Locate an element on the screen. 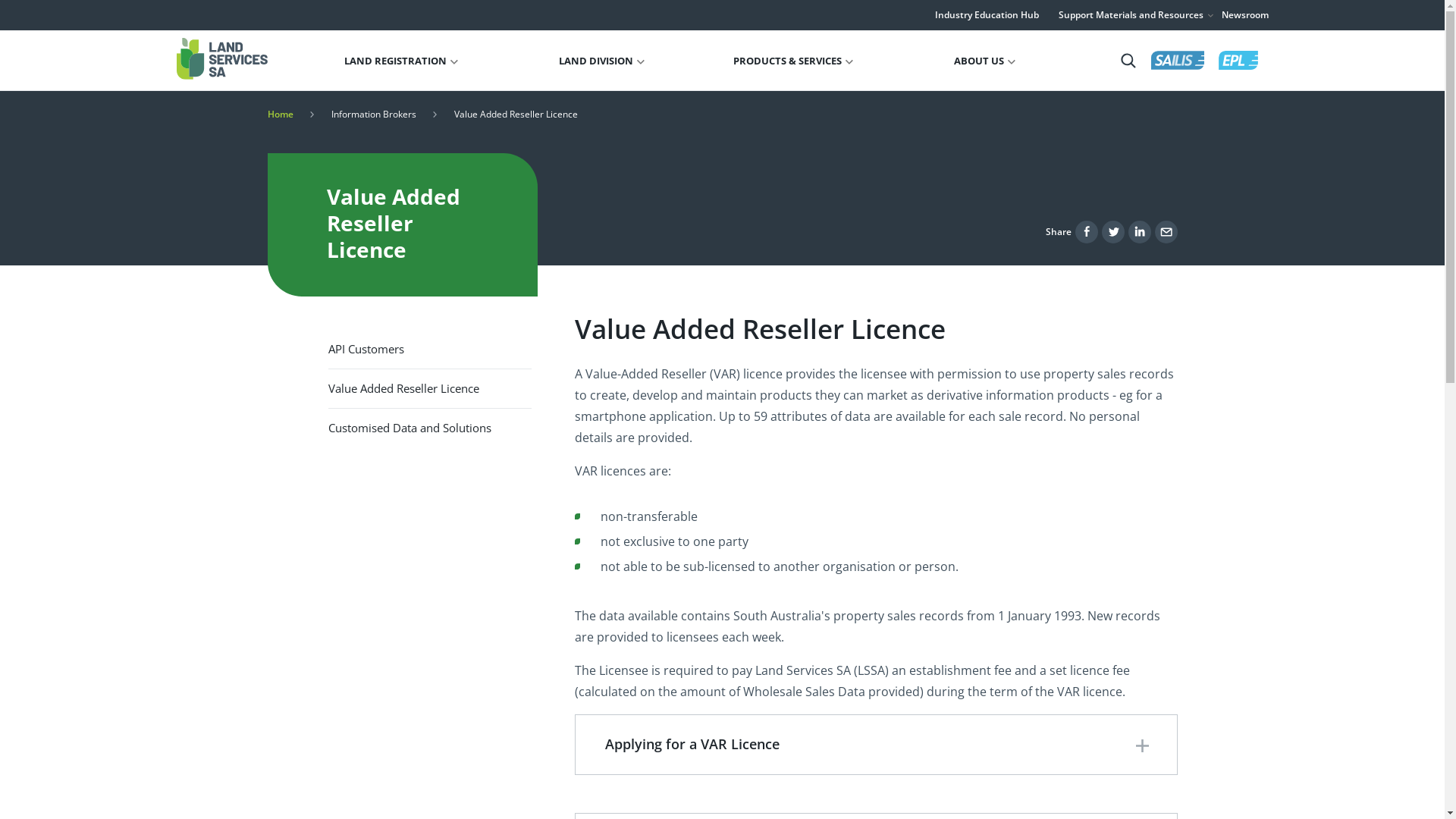 The image size is (1456, 819). 'LAND DIVISION' is located at coordinates (601, 60).